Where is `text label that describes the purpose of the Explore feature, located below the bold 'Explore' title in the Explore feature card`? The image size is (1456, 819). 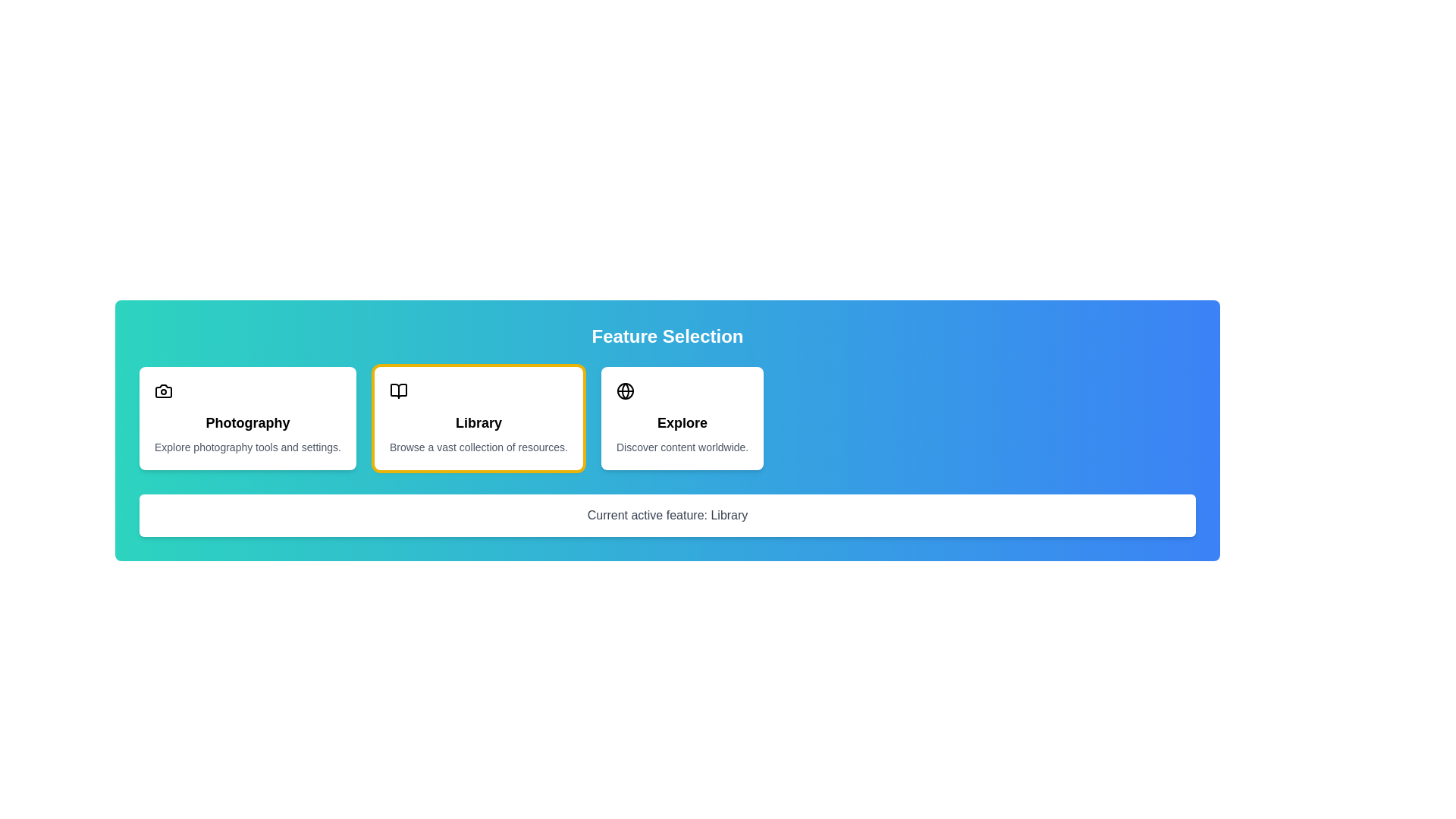 text label that describes the purpose of the Explore feature, located below the bold 'Explore' title in the Explore feature card is located at coordinates (682, 447).